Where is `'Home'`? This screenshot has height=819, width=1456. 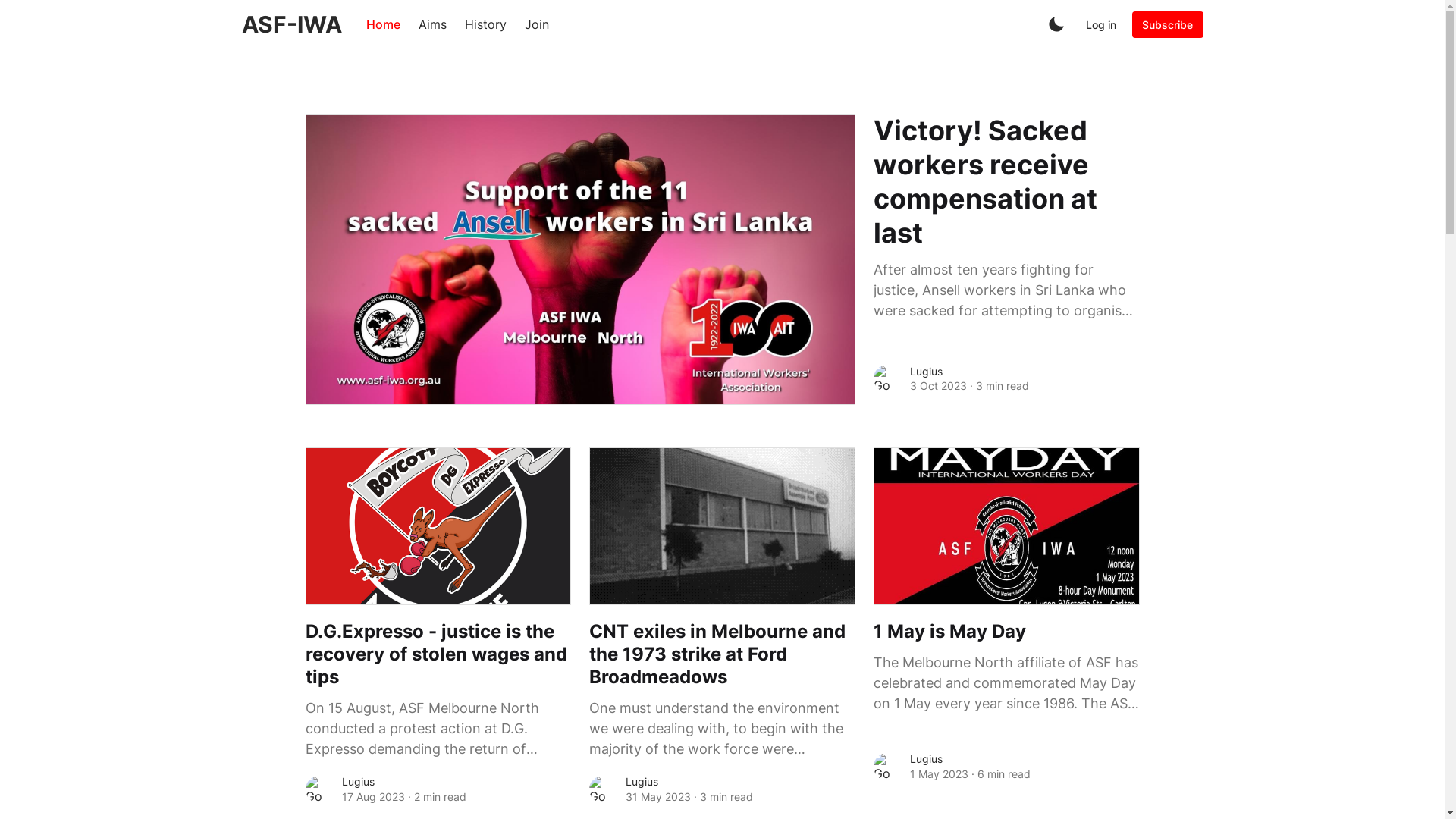 'Home' is located at coordinates (382, 24).